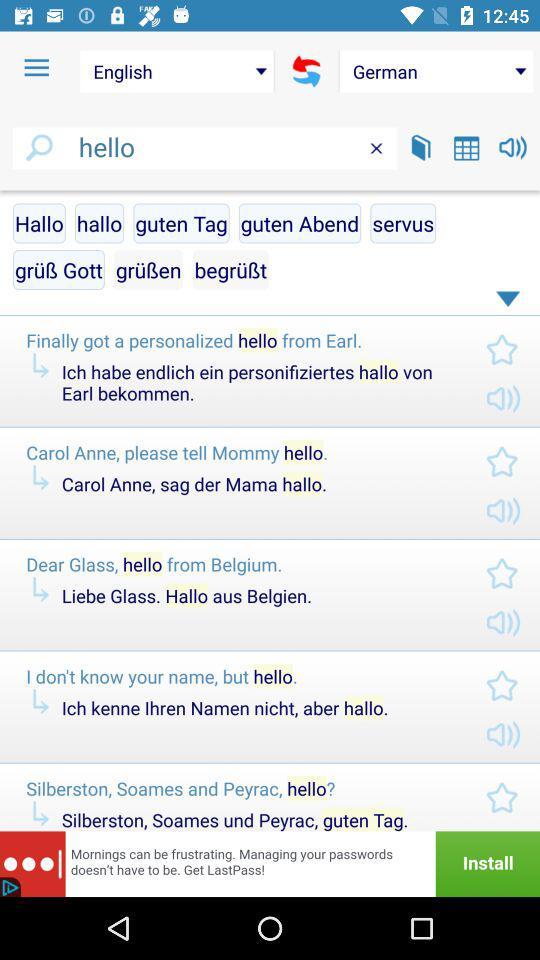 This screenshot has width=540, height=960. Describe the element at coordinates (270, 863) in the screenshot. I see `advertisement` at that location.